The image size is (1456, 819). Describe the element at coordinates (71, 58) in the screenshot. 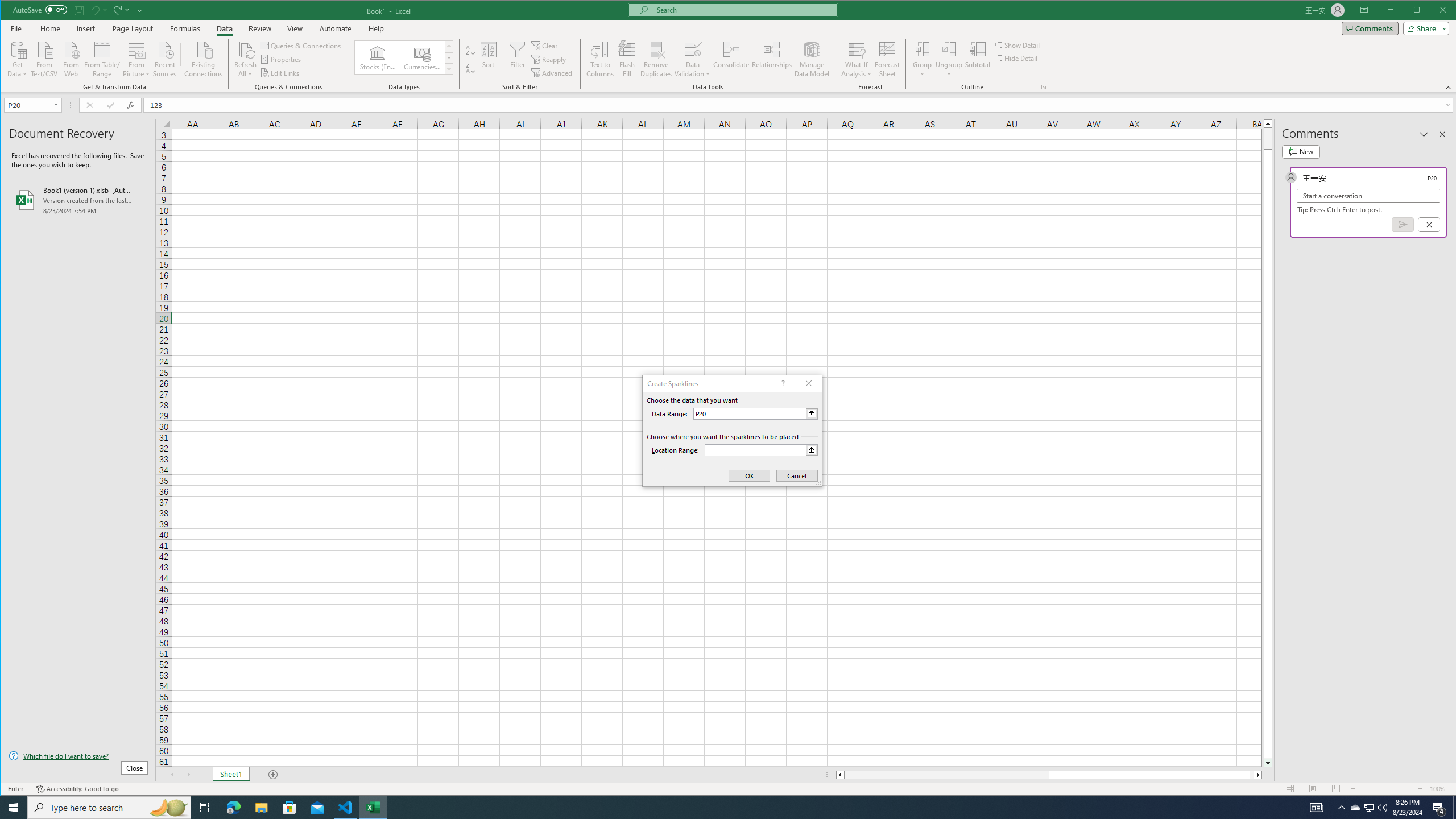

I see `'From Web'` at that location.